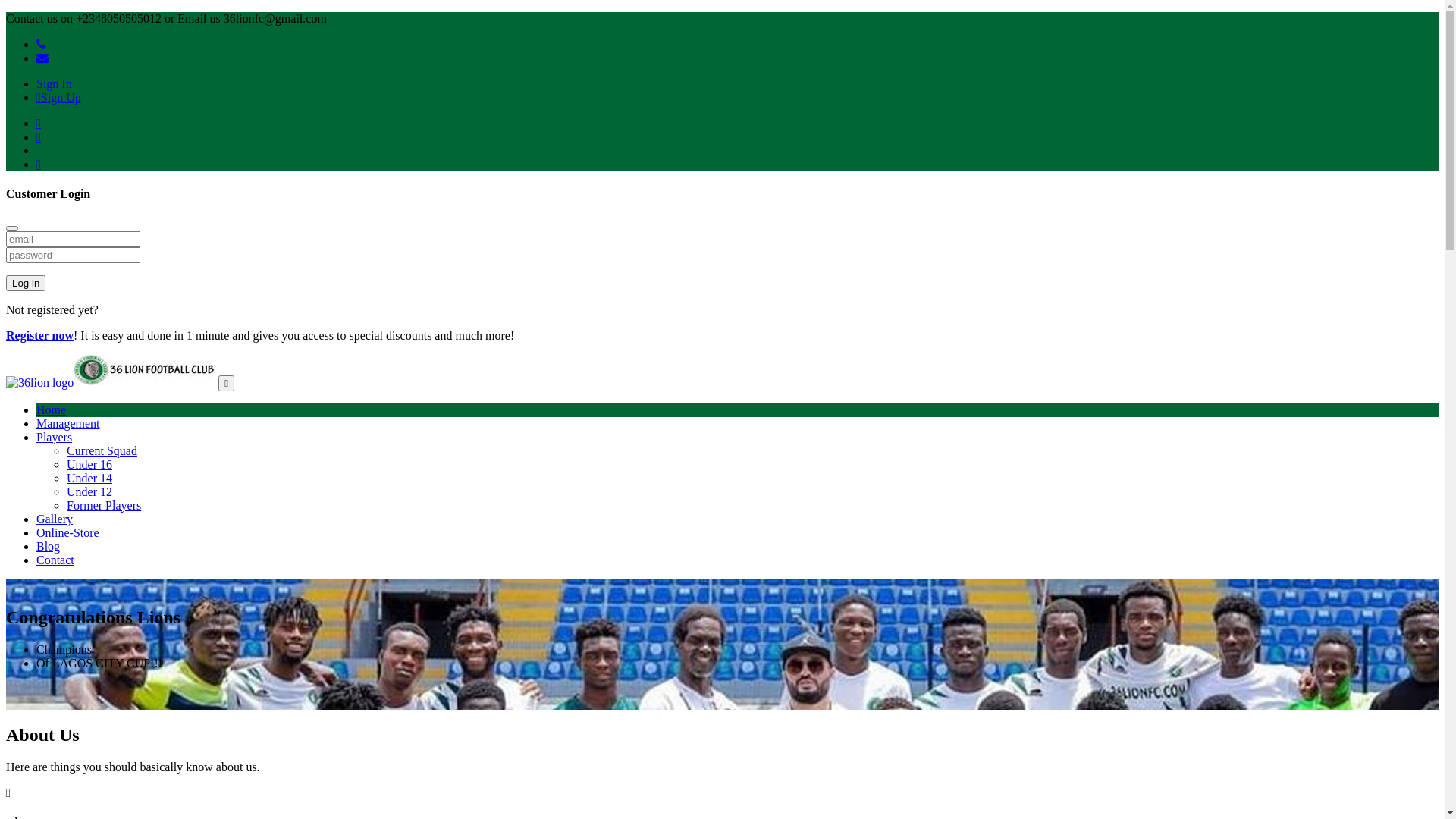 The height and width of the screenshot is (819, 1456). Describe the element at coordinates (36, 560) in the screenshot. I see `'Contact'` at that location.